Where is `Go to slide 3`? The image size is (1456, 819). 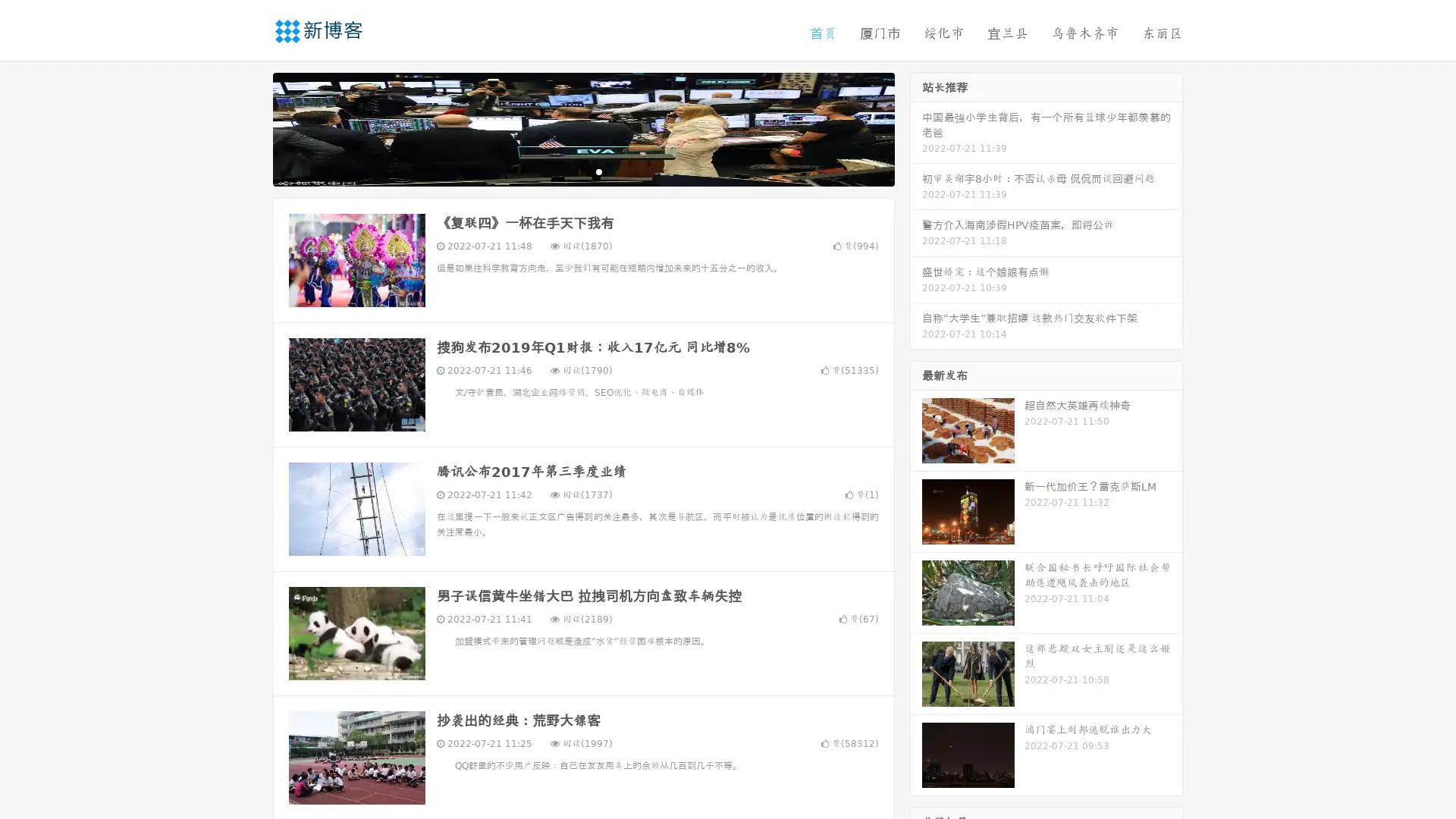
Go to slide 3 is located at coordinates (598, 171).